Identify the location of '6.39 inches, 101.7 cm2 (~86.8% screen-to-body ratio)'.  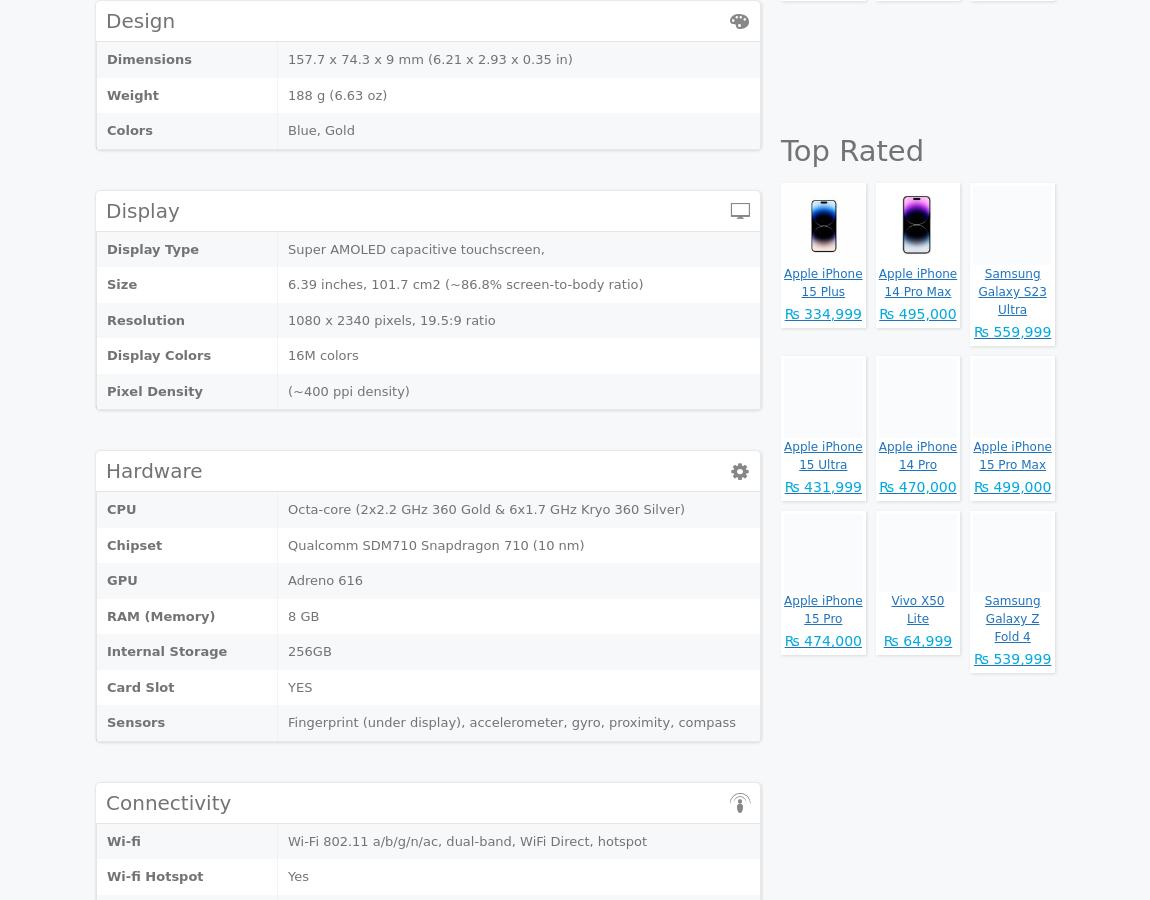
(465, 283).